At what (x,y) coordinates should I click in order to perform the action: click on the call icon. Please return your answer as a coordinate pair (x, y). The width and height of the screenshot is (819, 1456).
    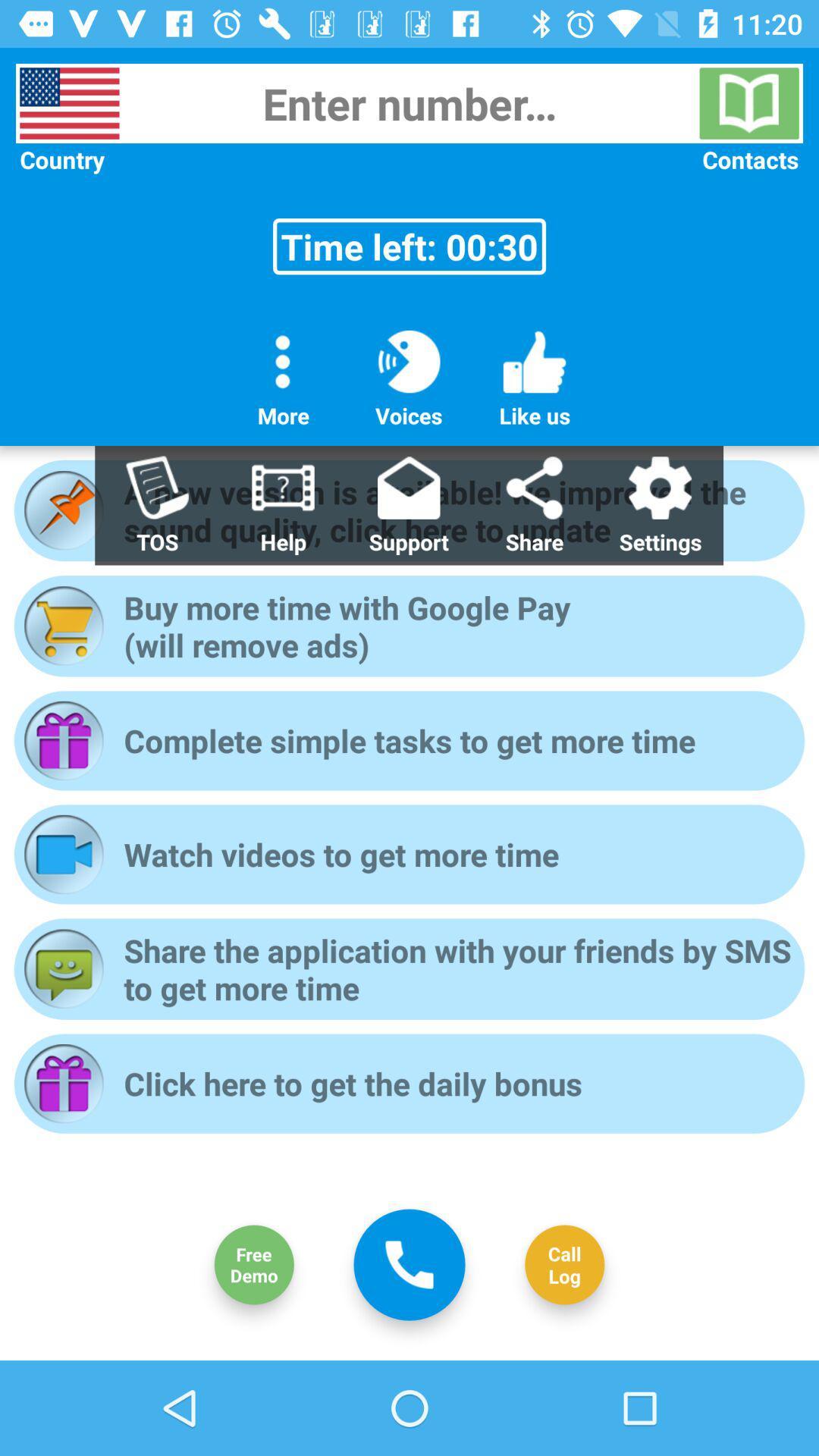
    Looking at the image, I should click on (409, 1264).